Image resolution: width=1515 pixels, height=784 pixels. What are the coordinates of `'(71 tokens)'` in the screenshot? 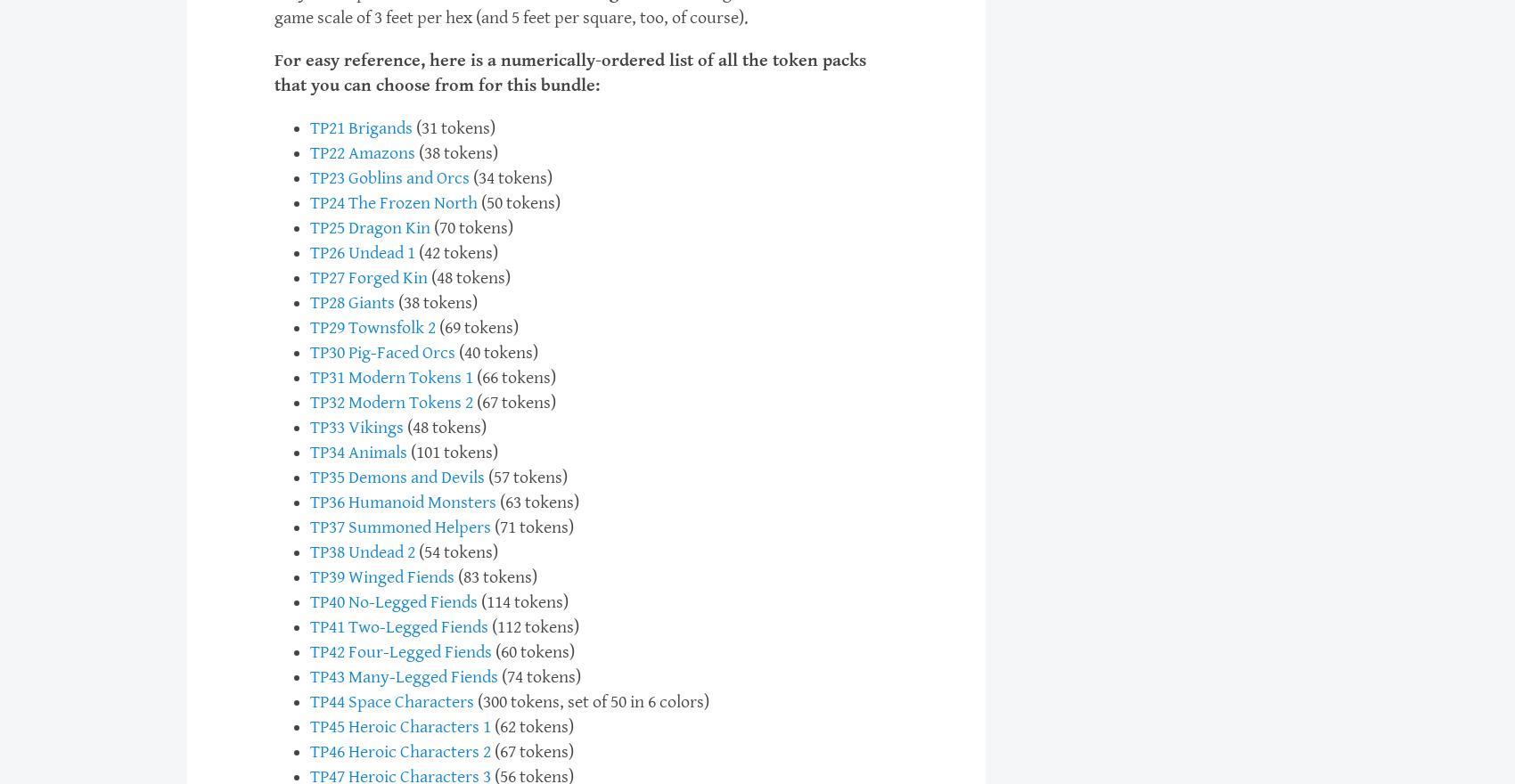 It's located at (531, 527).